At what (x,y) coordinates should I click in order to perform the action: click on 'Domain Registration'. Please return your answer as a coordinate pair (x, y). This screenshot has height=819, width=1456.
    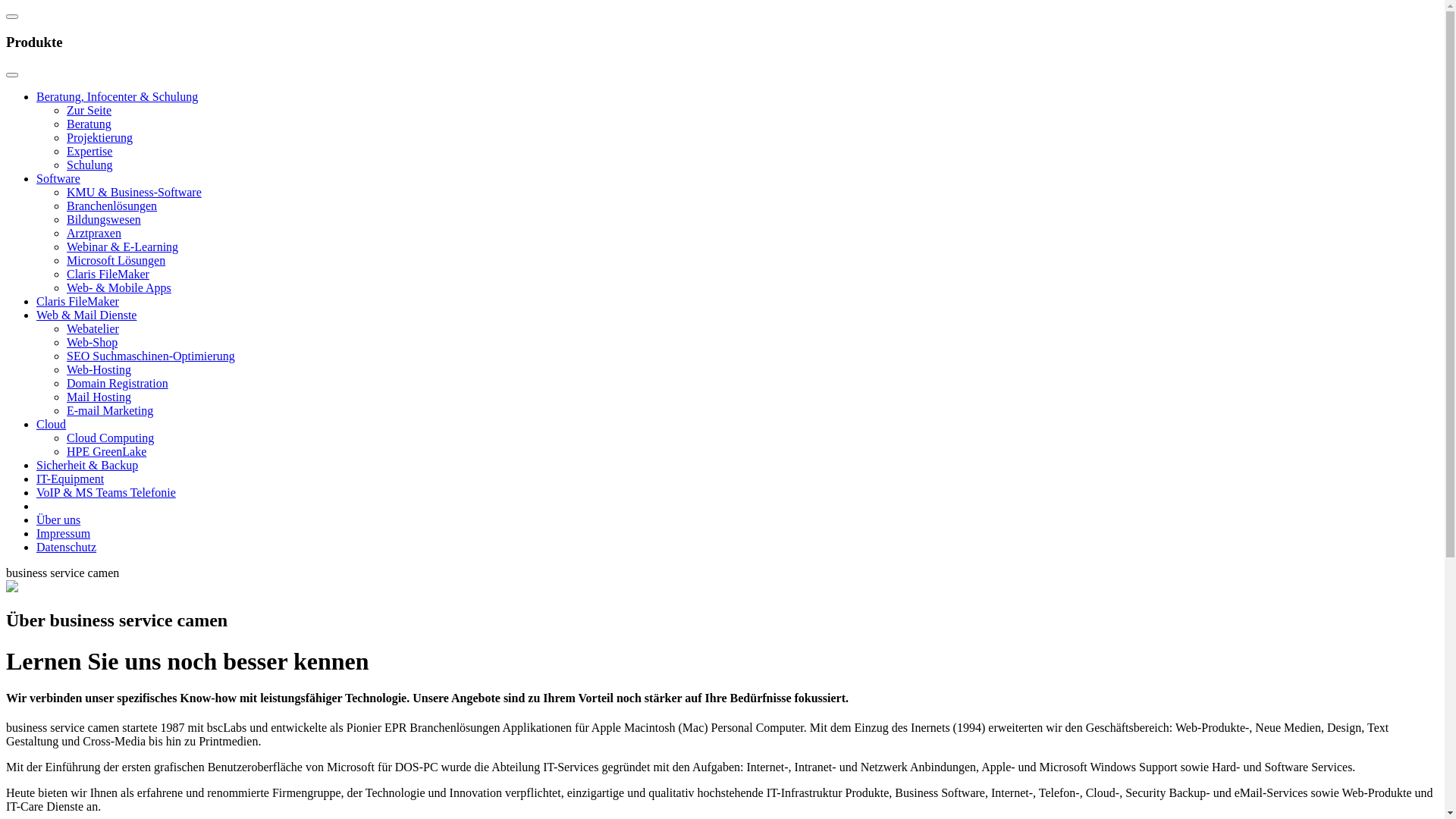
    Looking at the image, I should click on (116, 382).